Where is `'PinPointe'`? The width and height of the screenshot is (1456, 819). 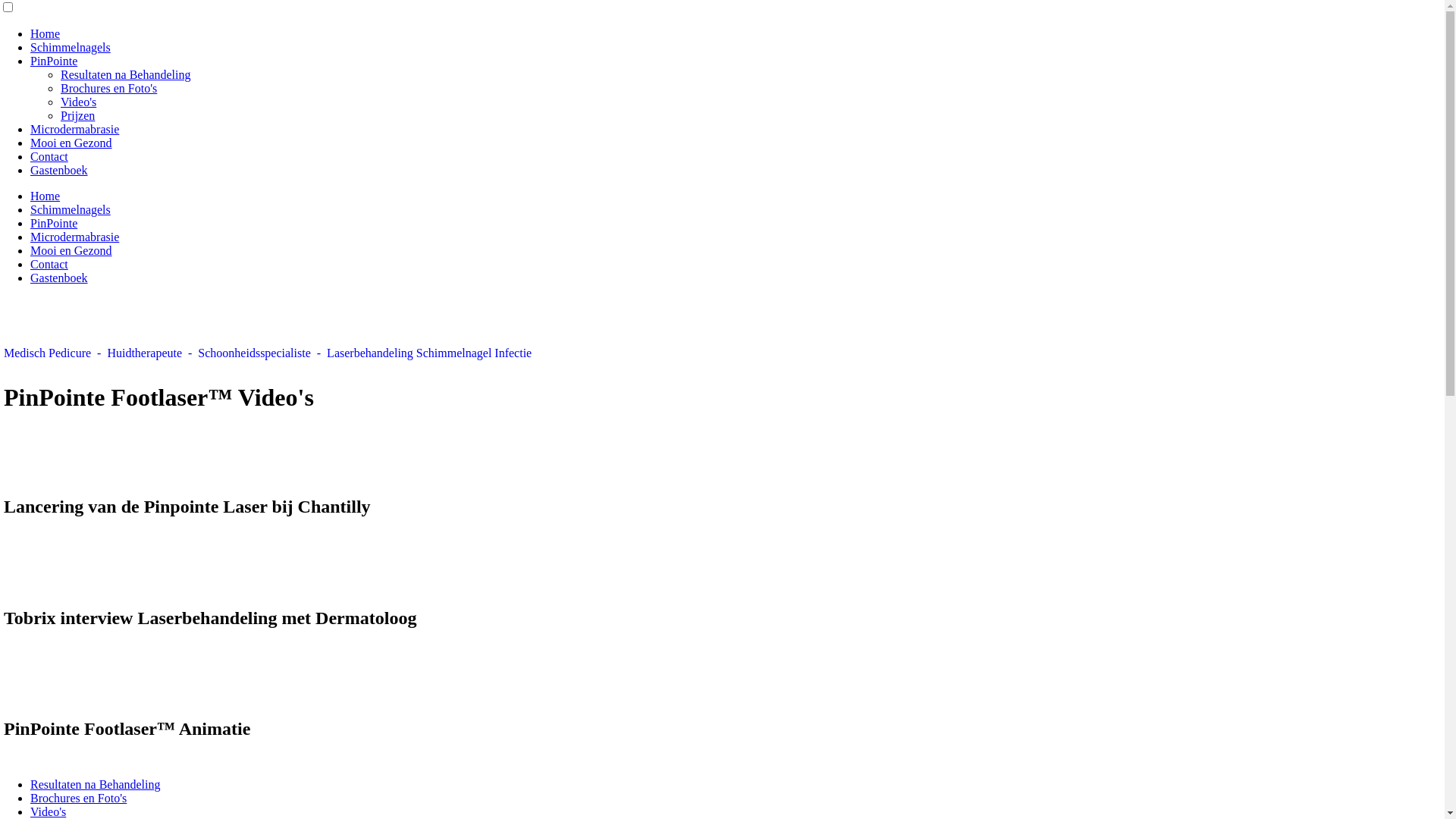
'PinPointe' is located at coordinates (54, 223).